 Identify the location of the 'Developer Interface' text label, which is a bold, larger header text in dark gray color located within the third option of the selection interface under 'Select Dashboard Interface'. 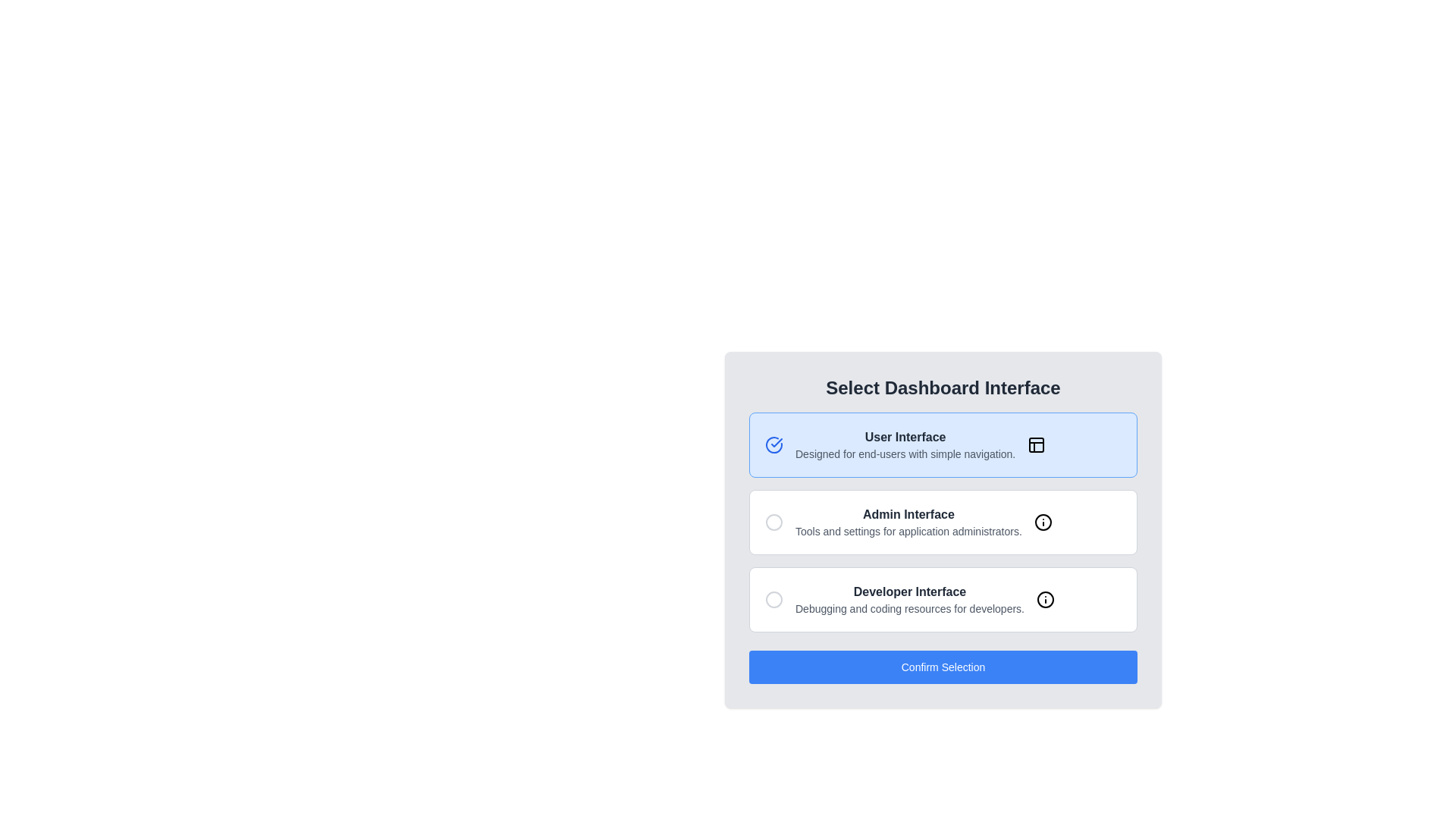
(910, 591).